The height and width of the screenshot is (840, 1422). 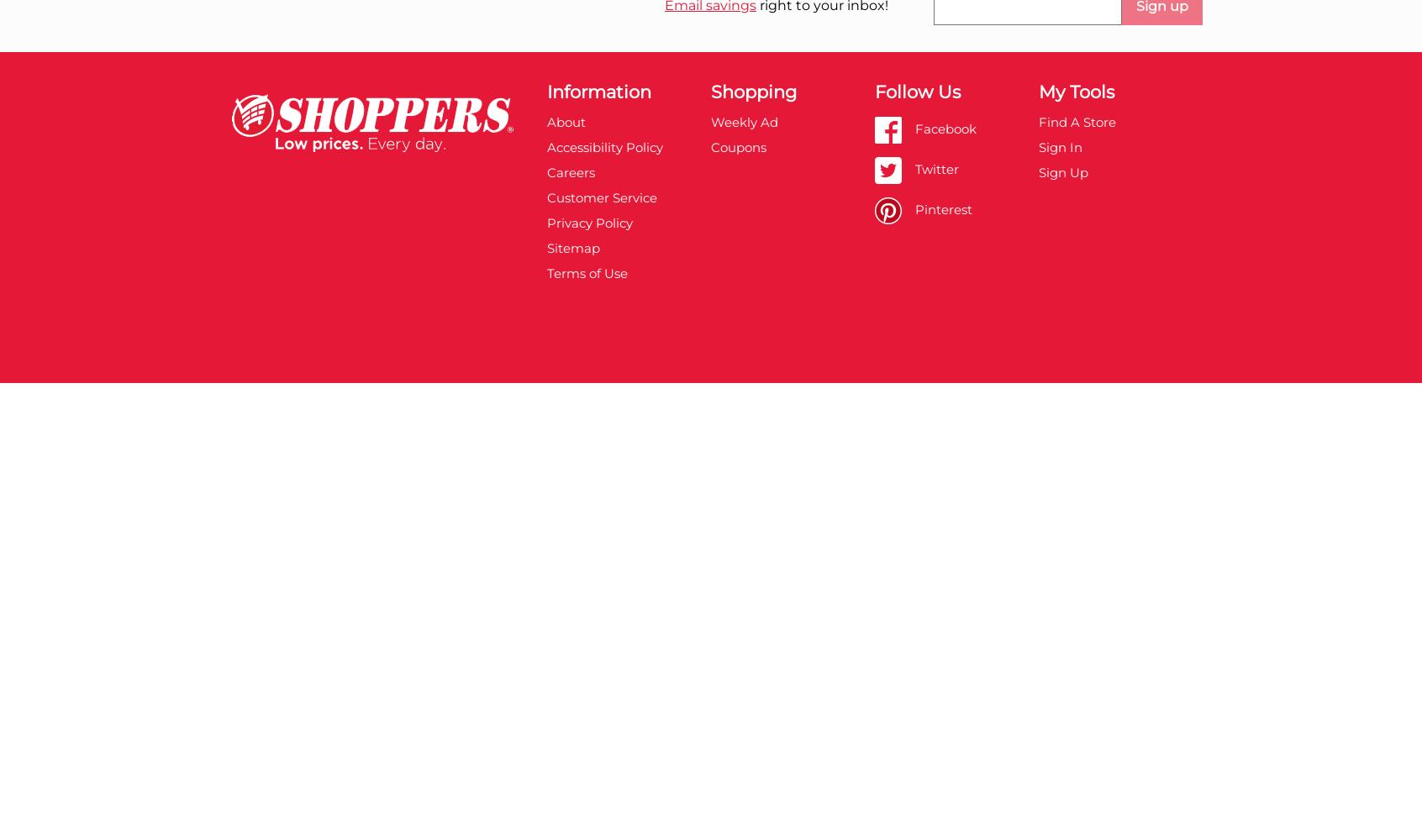 I want to click on 'Sitemap', so click(x=572, y=247).